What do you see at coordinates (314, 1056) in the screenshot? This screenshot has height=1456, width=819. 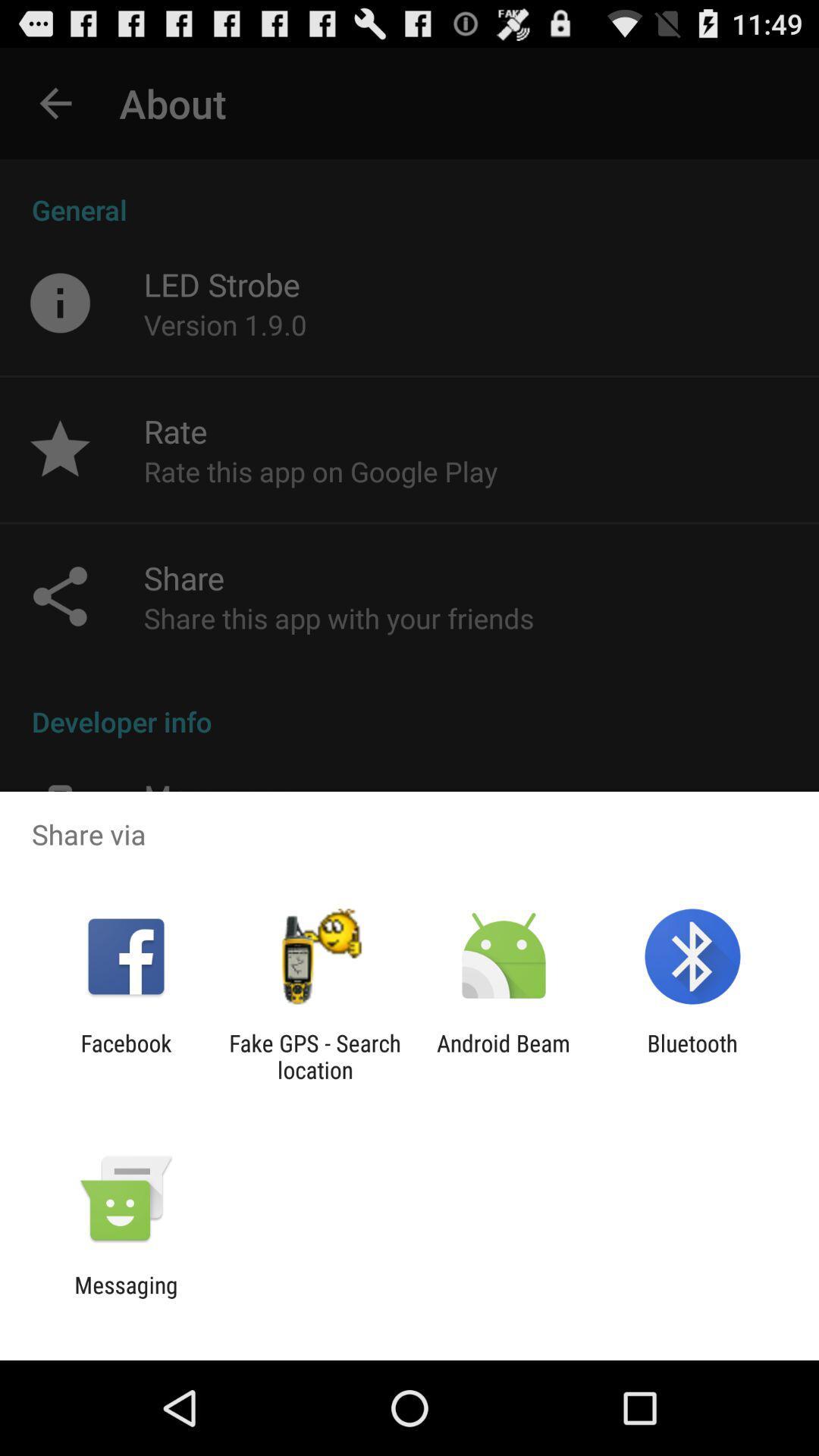 I see `app to the right of the facebook icon` at bounding box center [314, 1056].